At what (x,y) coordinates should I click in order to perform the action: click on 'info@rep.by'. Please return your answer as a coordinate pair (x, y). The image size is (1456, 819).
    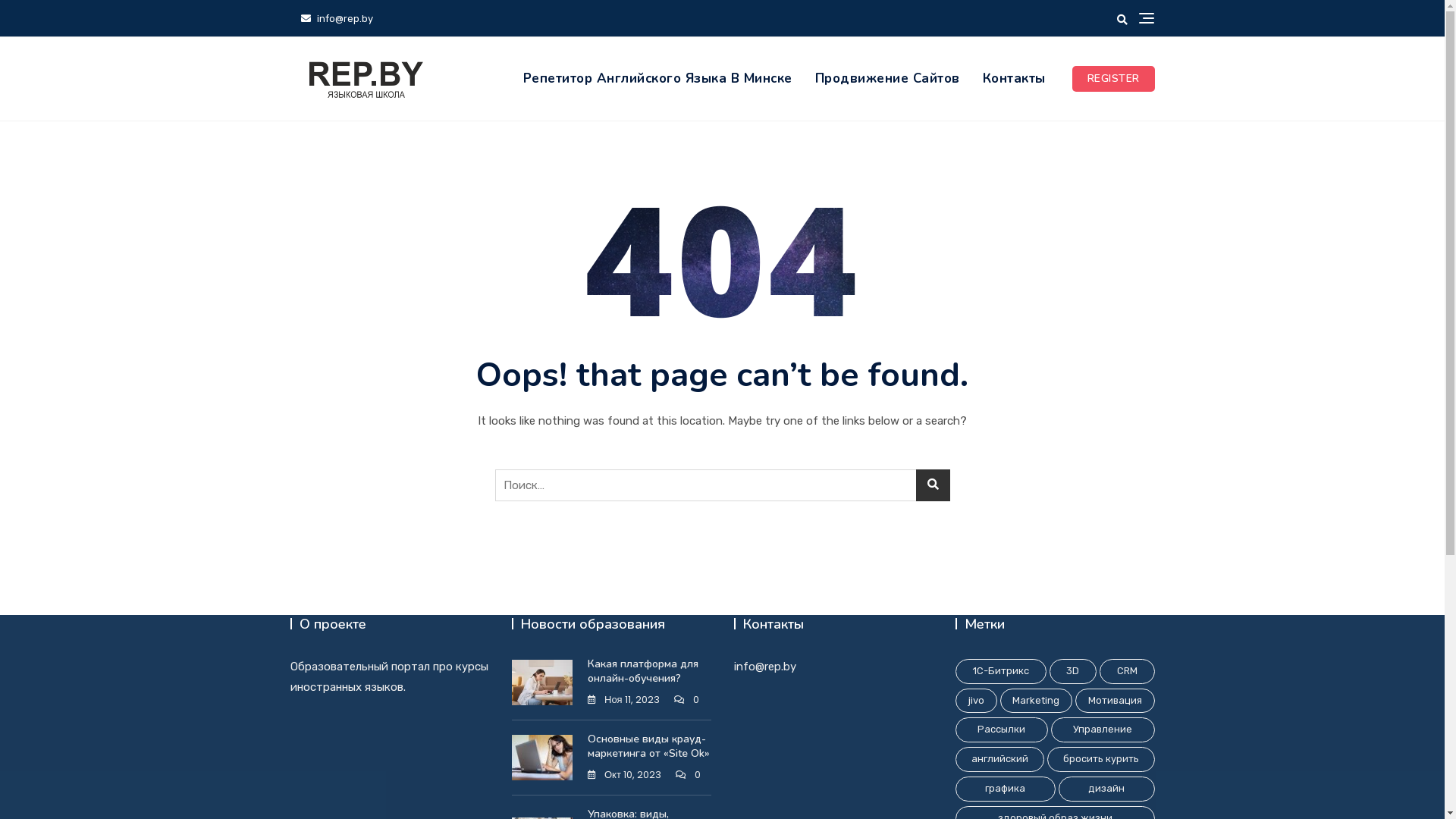
    Looking at the image, I should click on (335, 18).